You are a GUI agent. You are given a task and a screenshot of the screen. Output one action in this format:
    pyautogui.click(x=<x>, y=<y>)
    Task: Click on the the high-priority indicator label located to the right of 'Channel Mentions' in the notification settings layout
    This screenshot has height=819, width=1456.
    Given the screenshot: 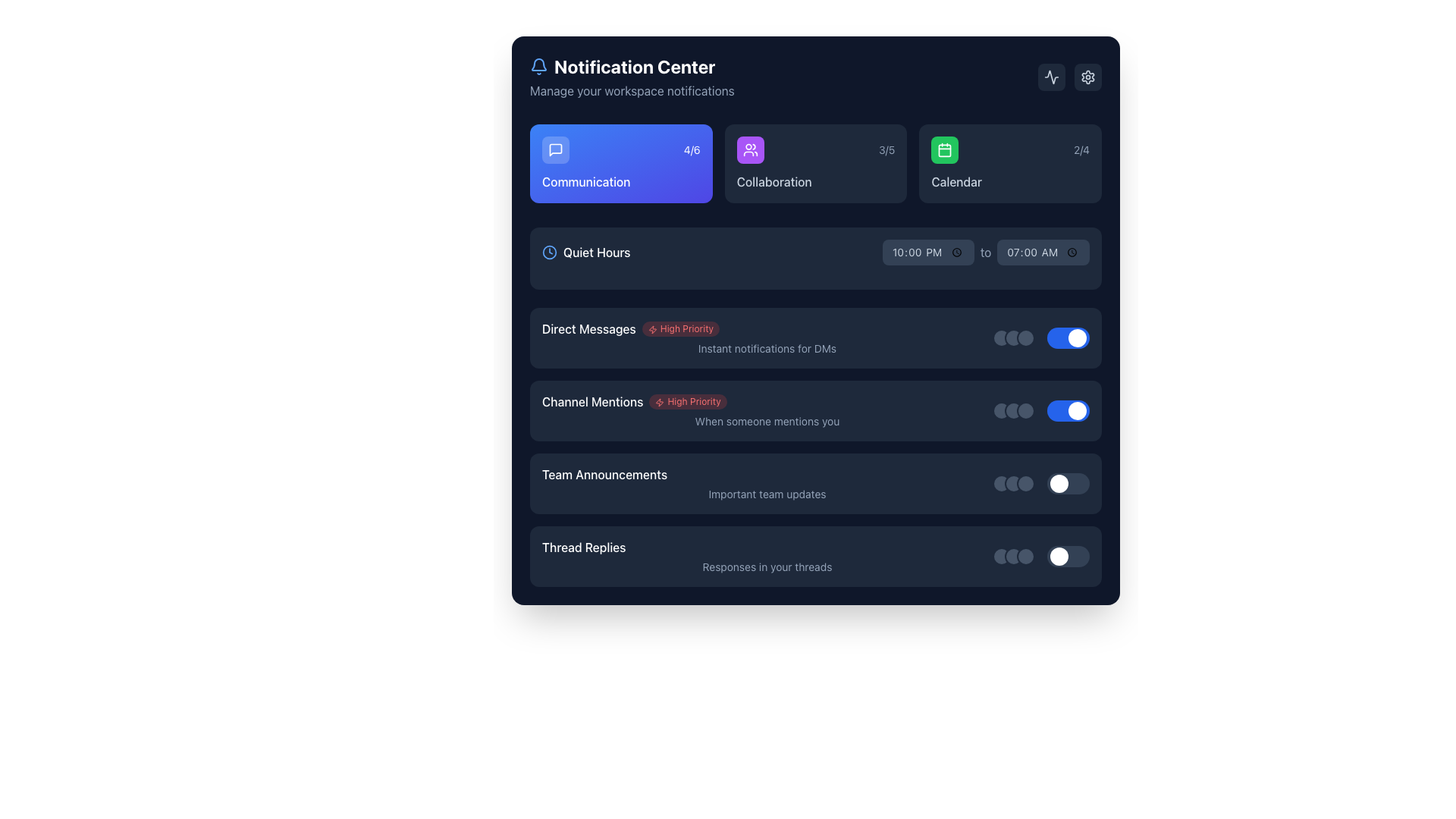 What is the action you would take?
    pyautogui.click(x=687, y=400)
    